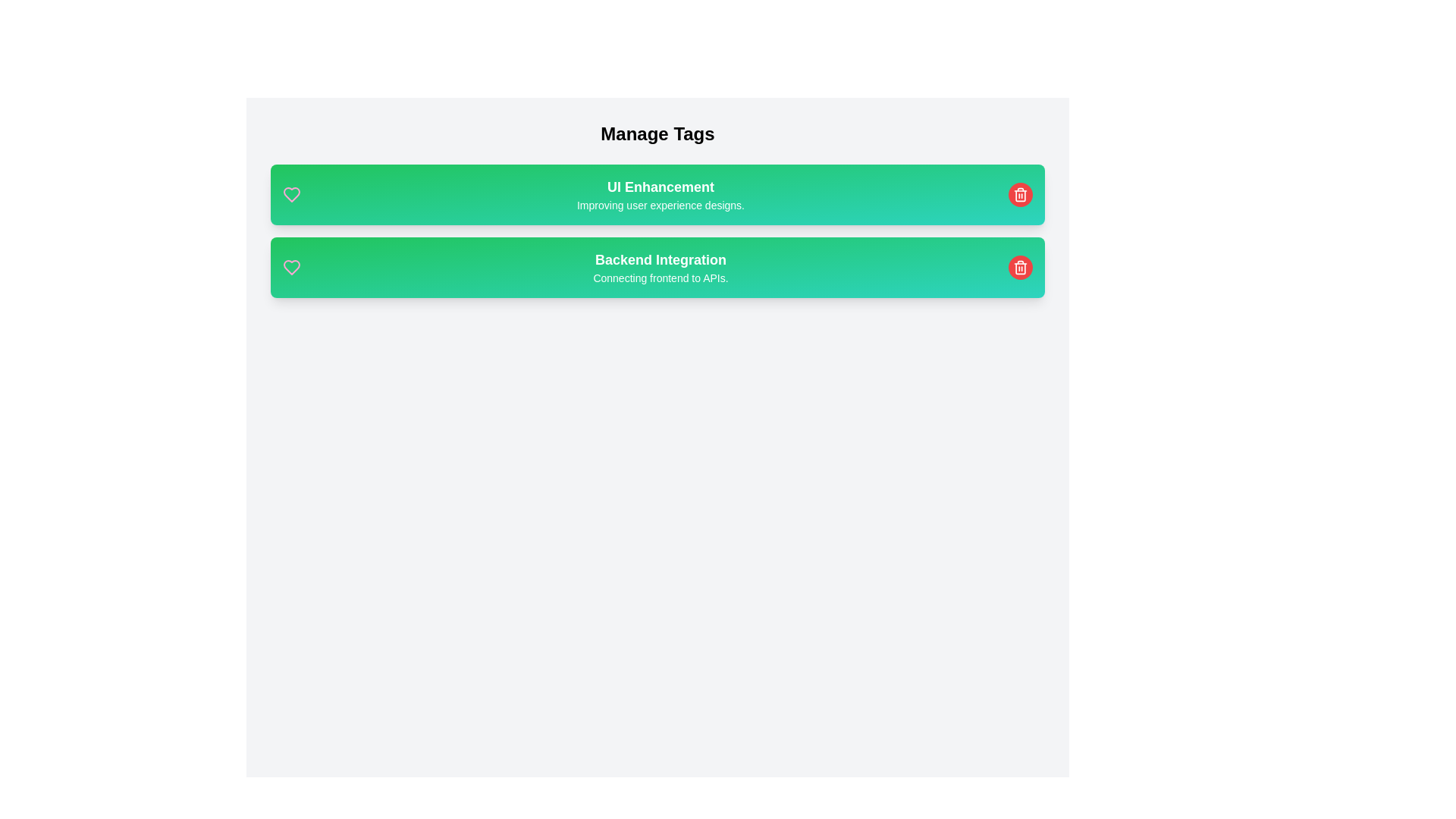 Image resolution: width=1456 pixels, height=819 pixels. Describe the element at coordinates (657, 194) in the screenshot. I see `the tag card with the label UI Enhancement` at that location.